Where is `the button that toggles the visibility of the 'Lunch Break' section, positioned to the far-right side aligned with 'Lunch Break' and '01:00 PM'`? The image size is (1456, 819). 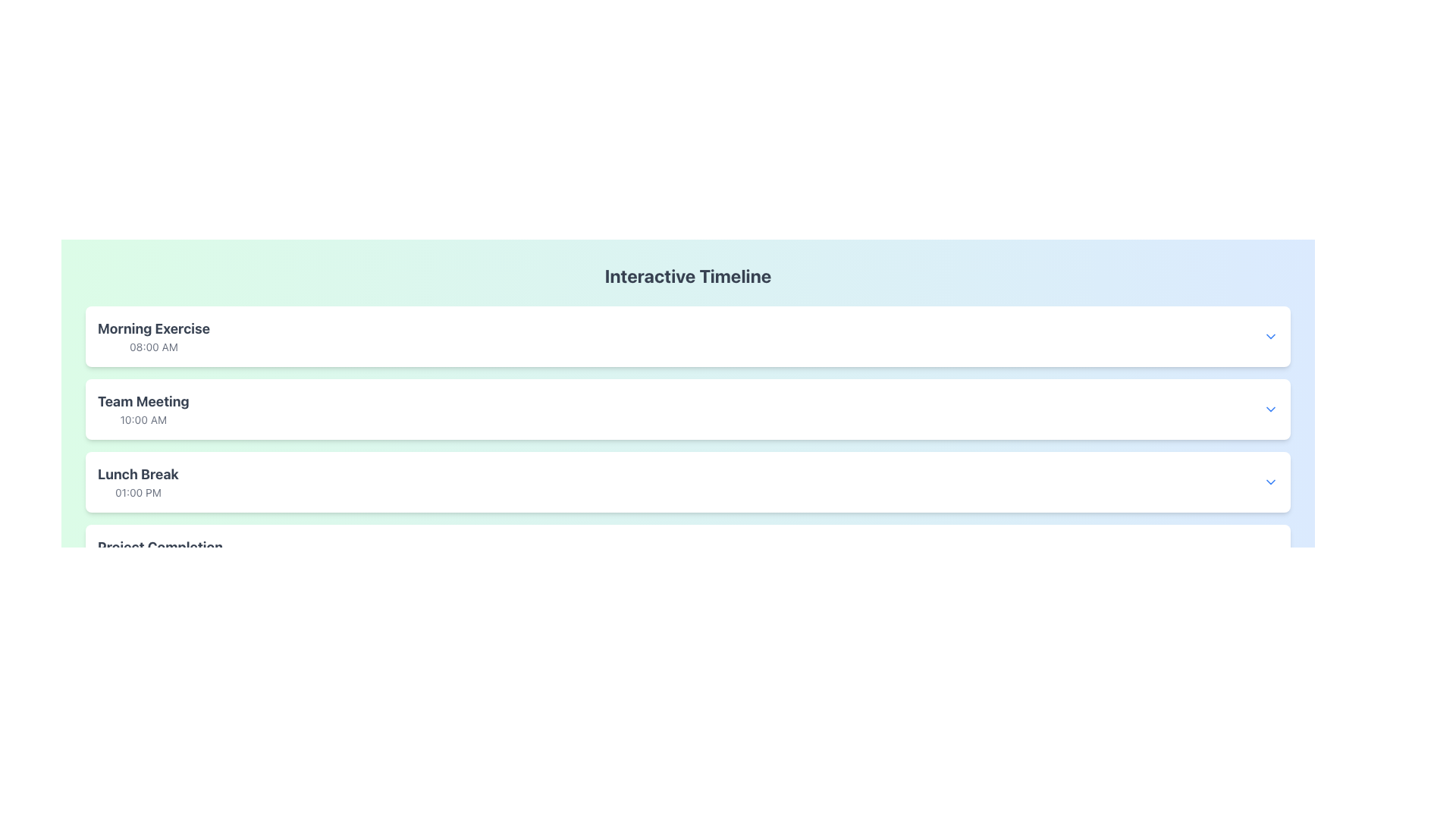 the button that toggles the visibility of the 'Lunch Break' section, positioned to the far-right side aligned with 'Lunch Break' and '01:00 PM' is located at coordinates (1270, 482).